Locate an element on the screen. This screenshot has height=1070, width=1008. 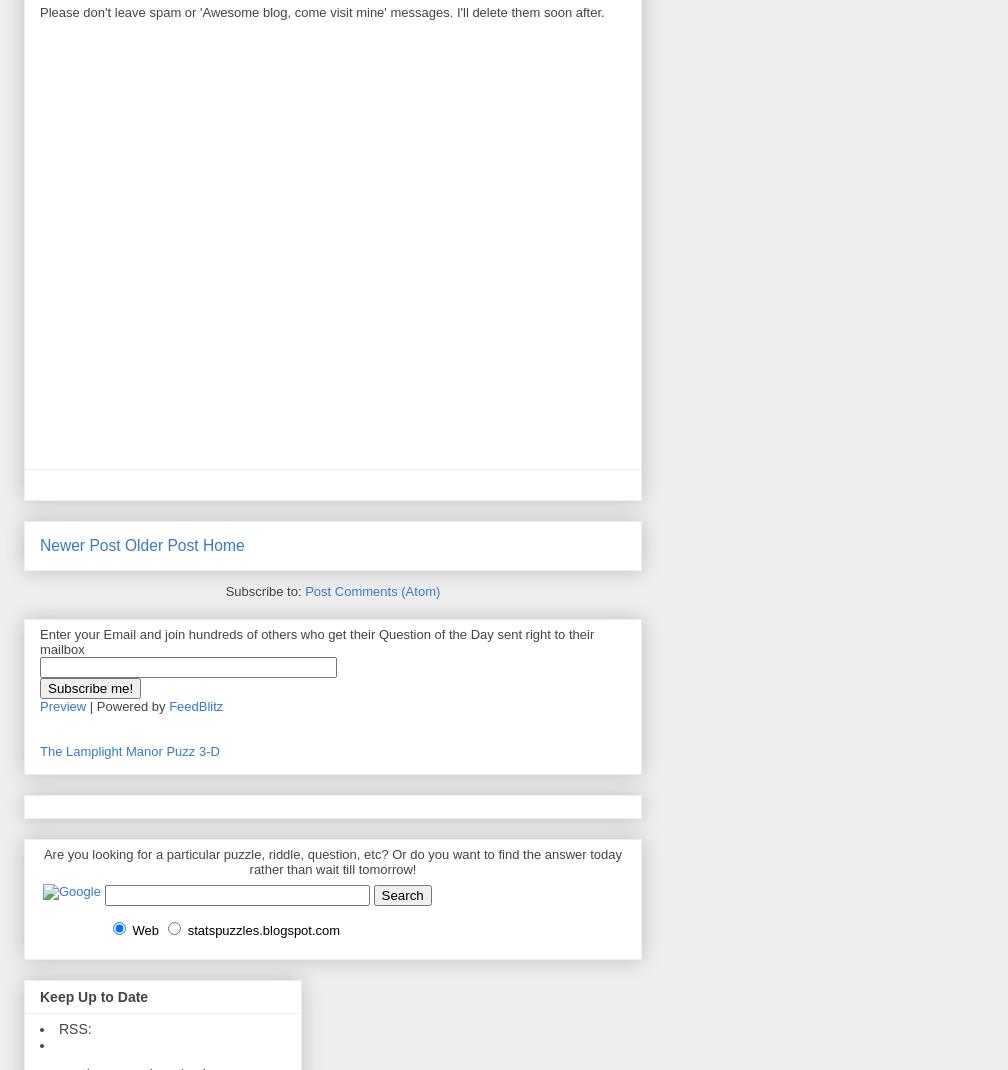
'Web' is located at coordinates (145, 928).